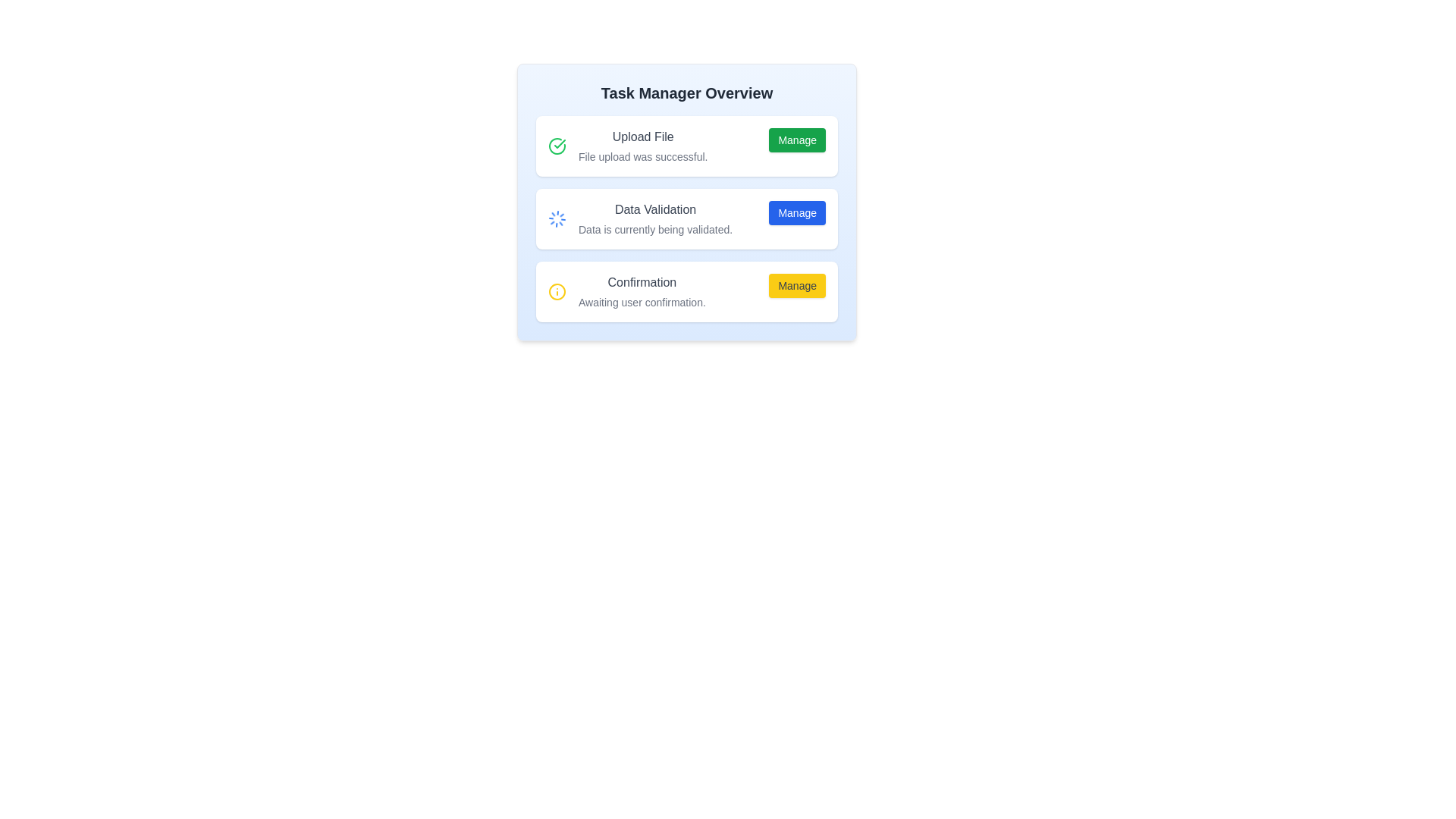  What do you see at coordinates (643, 146) in the screenshot?
I see `the Text label displaying the file upload status, which is centrally located at the topmost section of the list, next to an icon and a green 'Manage' button` at bounding box center [643, 146].